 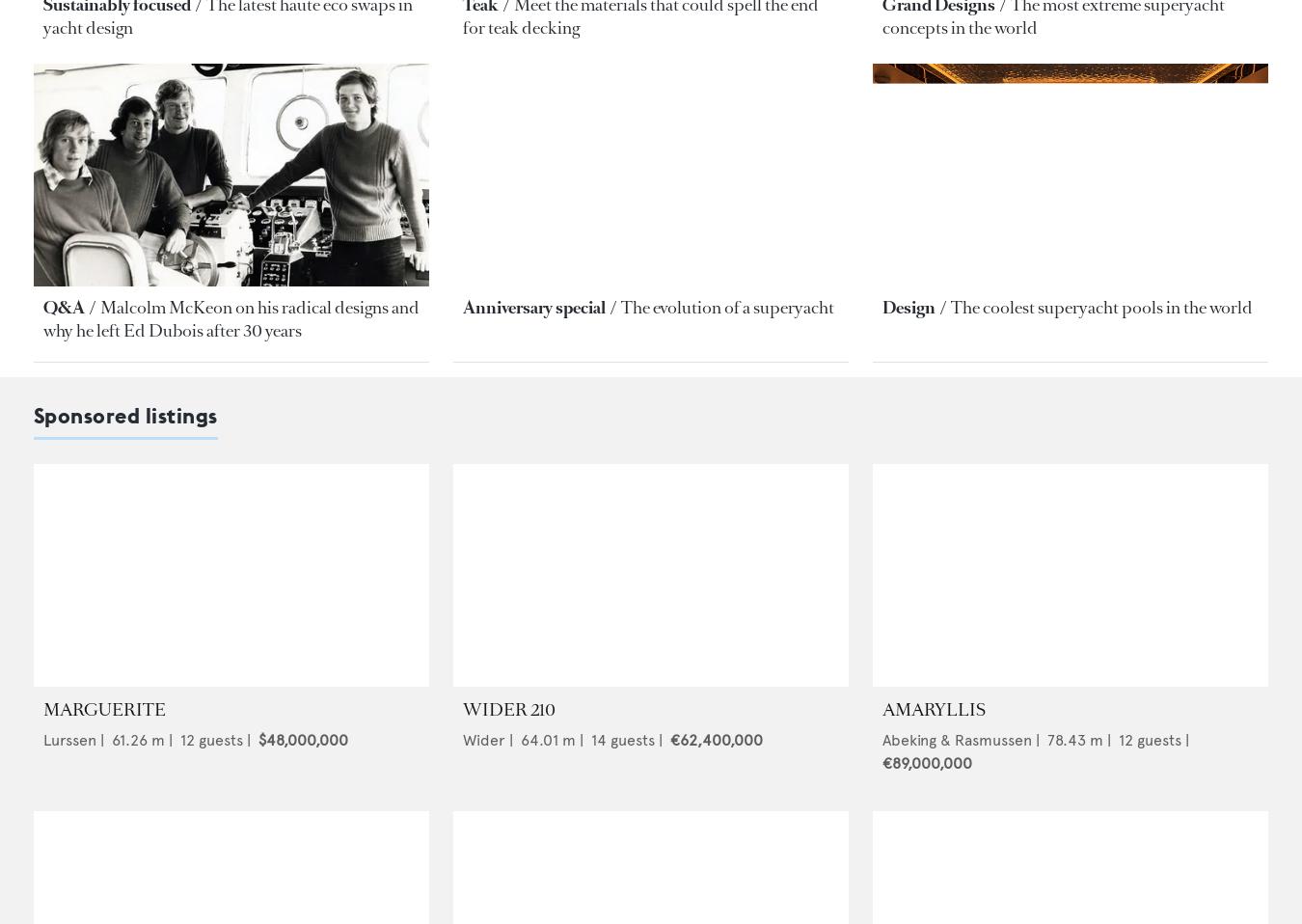 I want to click on 'AMARYLLIS', so click(x=933, y=708).